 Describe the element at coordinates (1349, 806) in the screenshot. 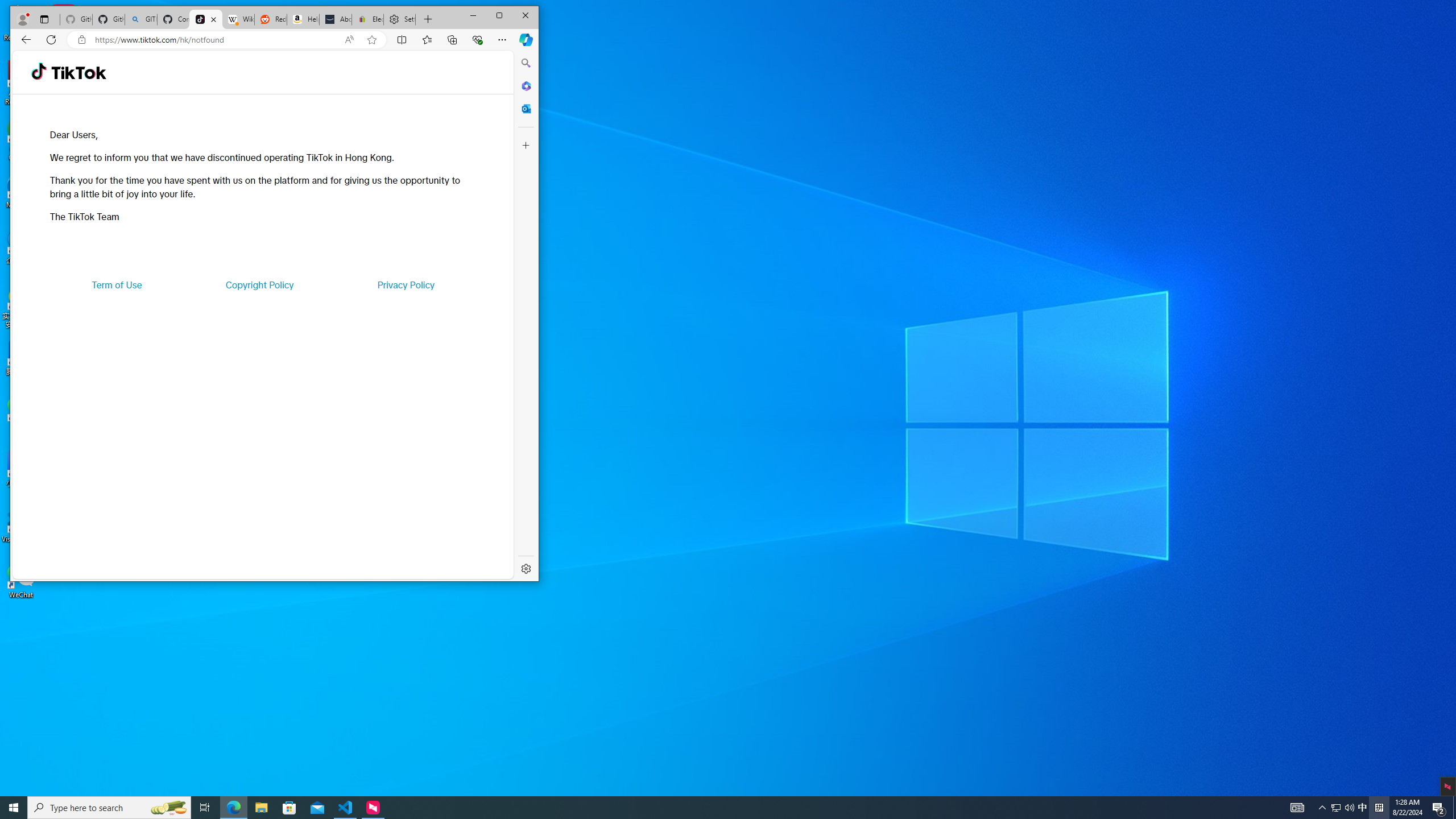

I see `'Q2790: 100%'` at that location.